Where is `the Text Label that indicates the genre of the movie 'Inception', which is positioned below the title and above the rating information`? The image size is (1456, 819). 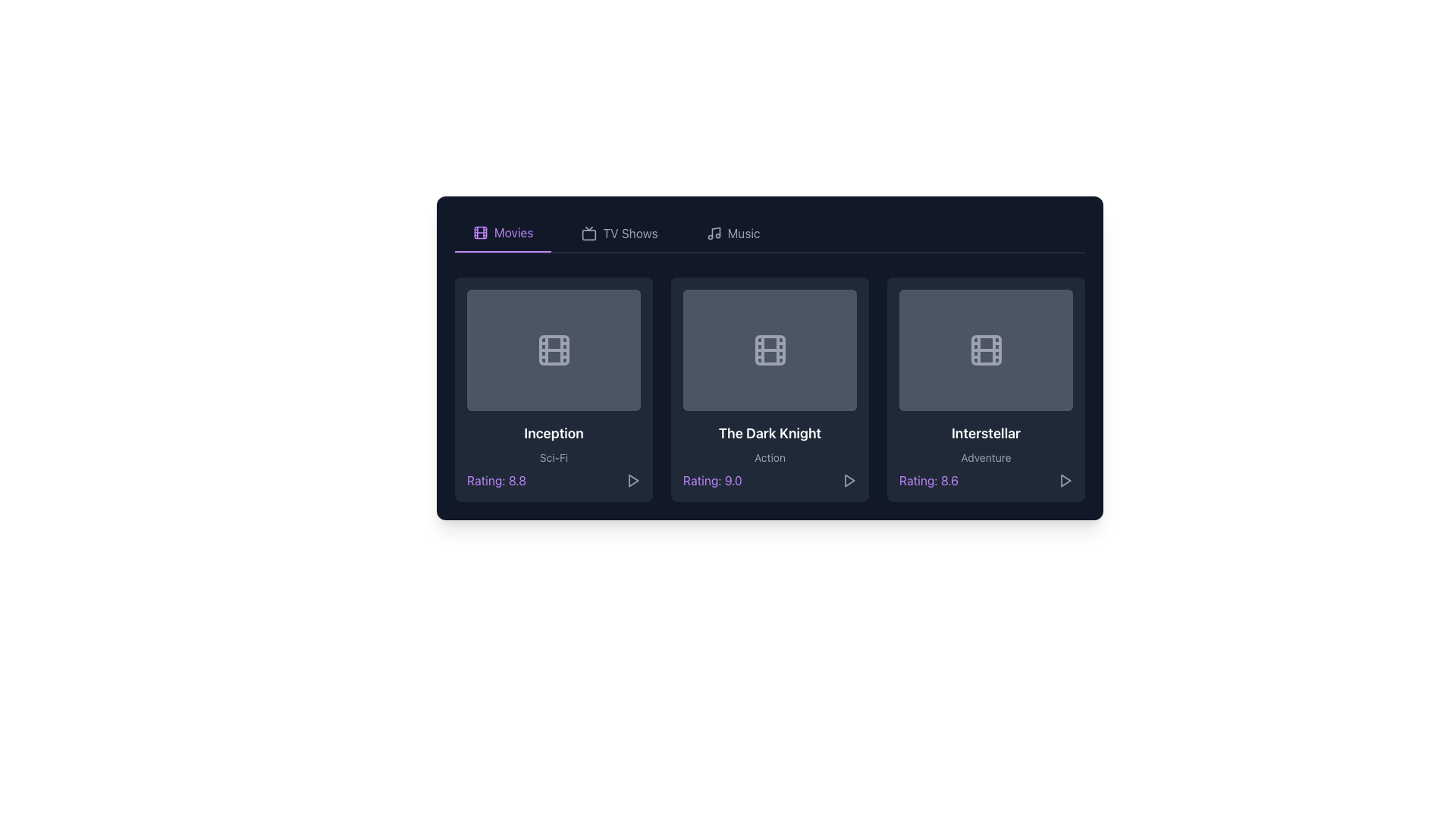
the Text Label that indicates the genre of the movie 'Inception', which is positioned below the title and above the rating information is located at coordinates (553, 457).